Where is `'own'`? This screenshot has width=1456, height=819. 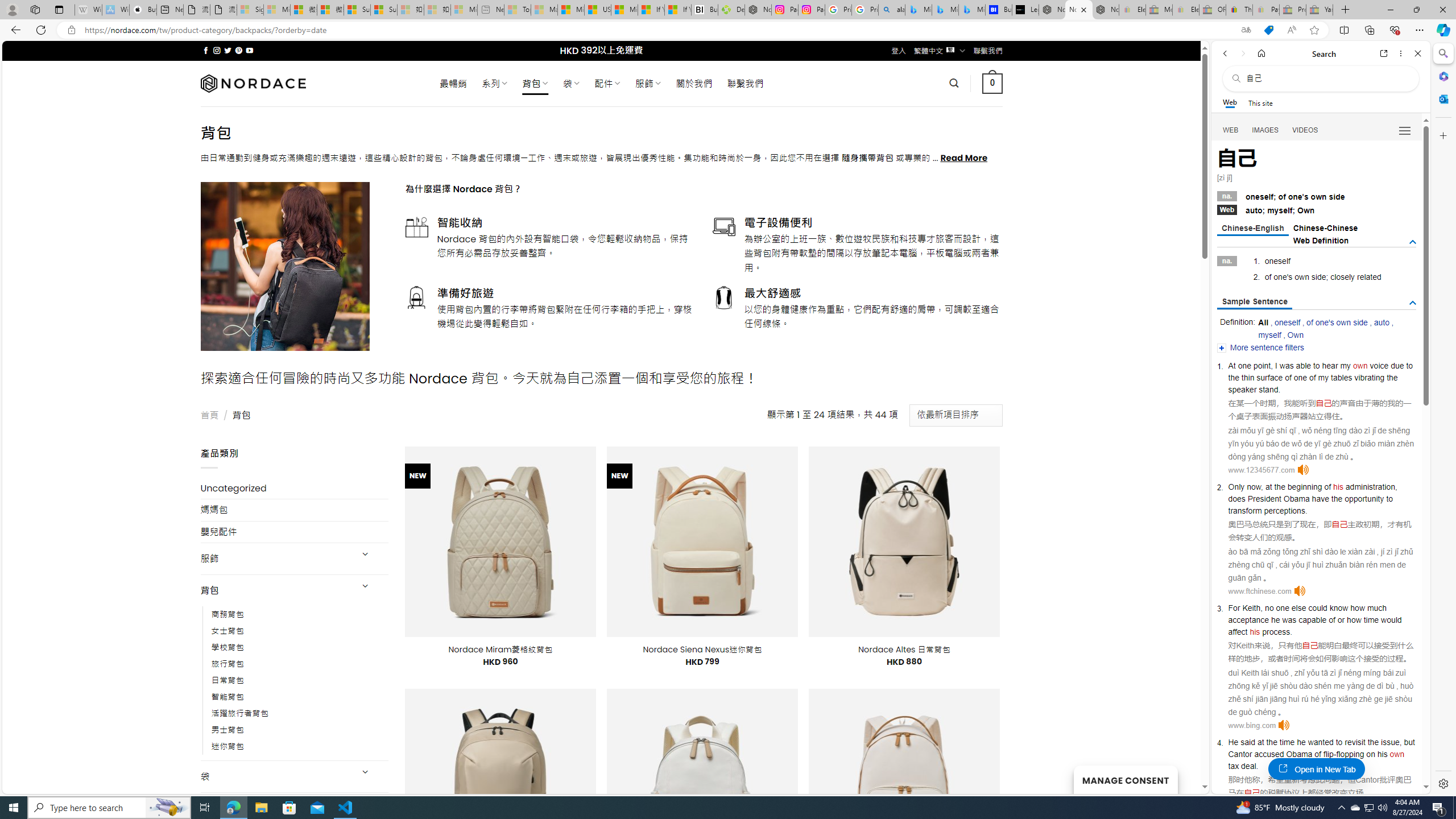
'own' is located at coordinates (1396, 754).